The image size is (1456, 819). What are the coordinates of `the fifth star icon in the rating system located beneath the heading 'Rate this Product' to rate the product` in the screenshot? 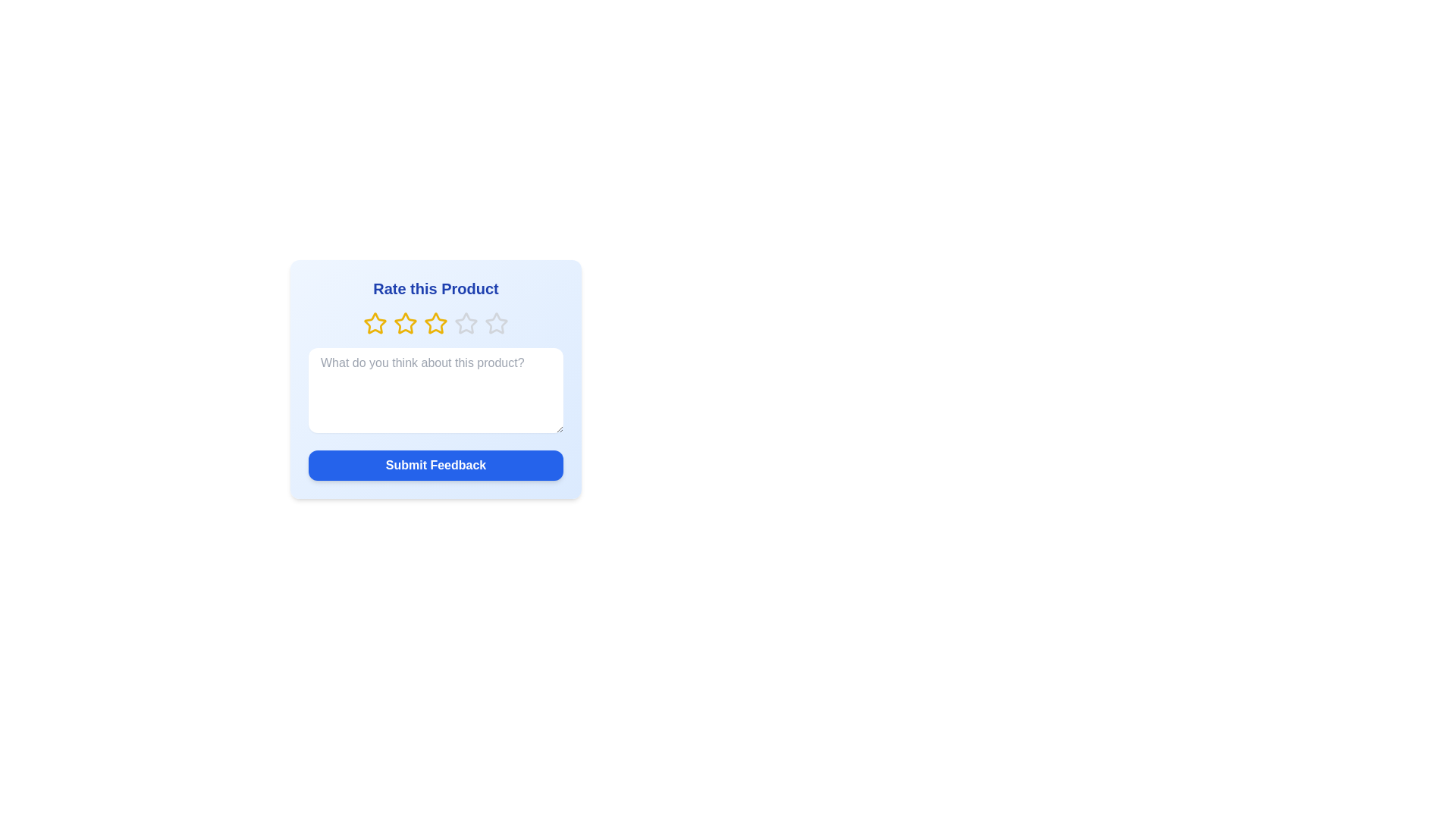 It's located at (495, 322).